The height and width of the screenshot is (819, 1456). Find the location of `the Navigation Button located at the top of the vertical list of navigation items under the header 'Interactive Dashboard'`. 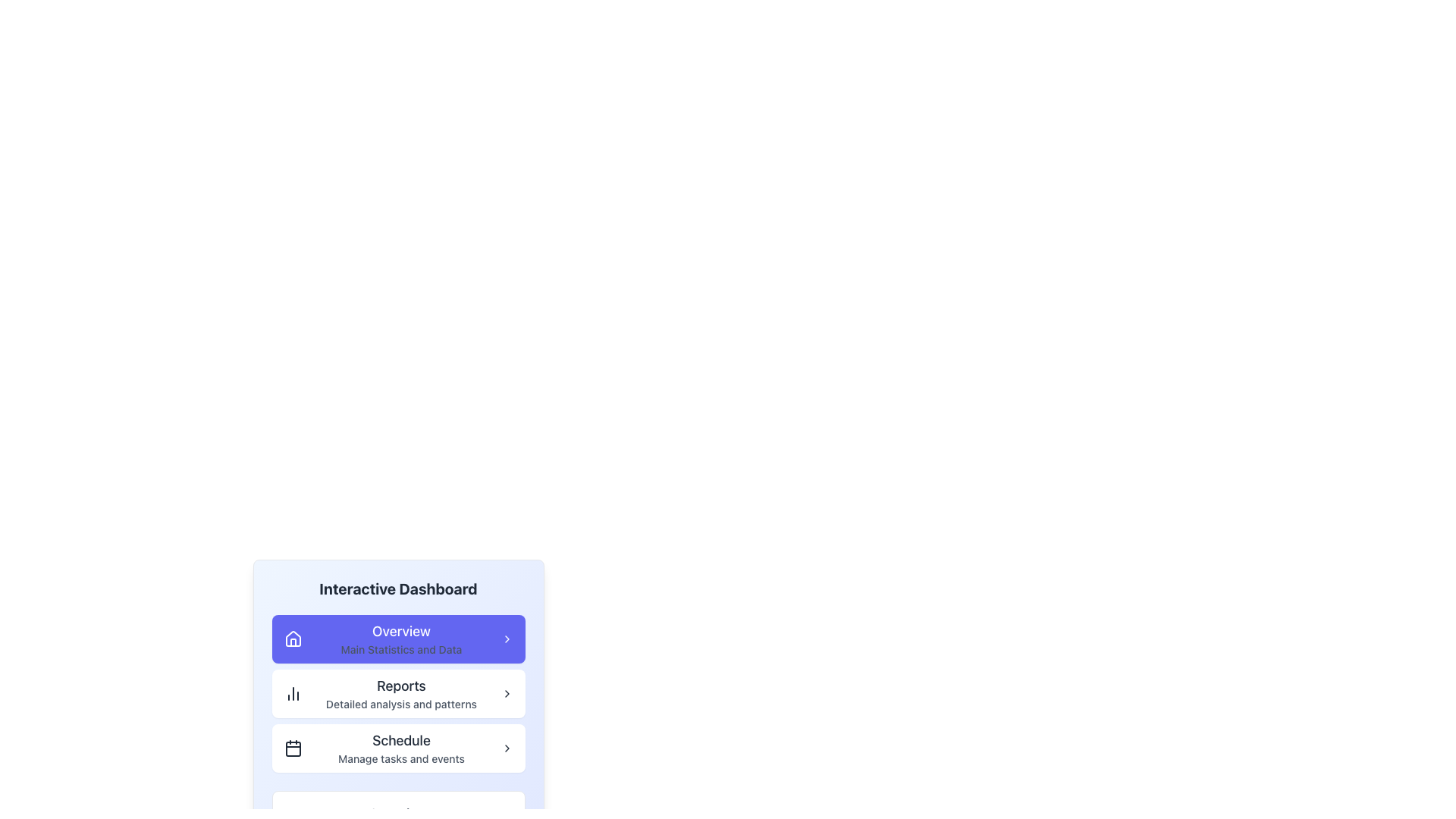

the Navigation Button located at the top of the vertical list of navigation items under the header 'Interactive Dashboard' is located at coordinates (401, 639).